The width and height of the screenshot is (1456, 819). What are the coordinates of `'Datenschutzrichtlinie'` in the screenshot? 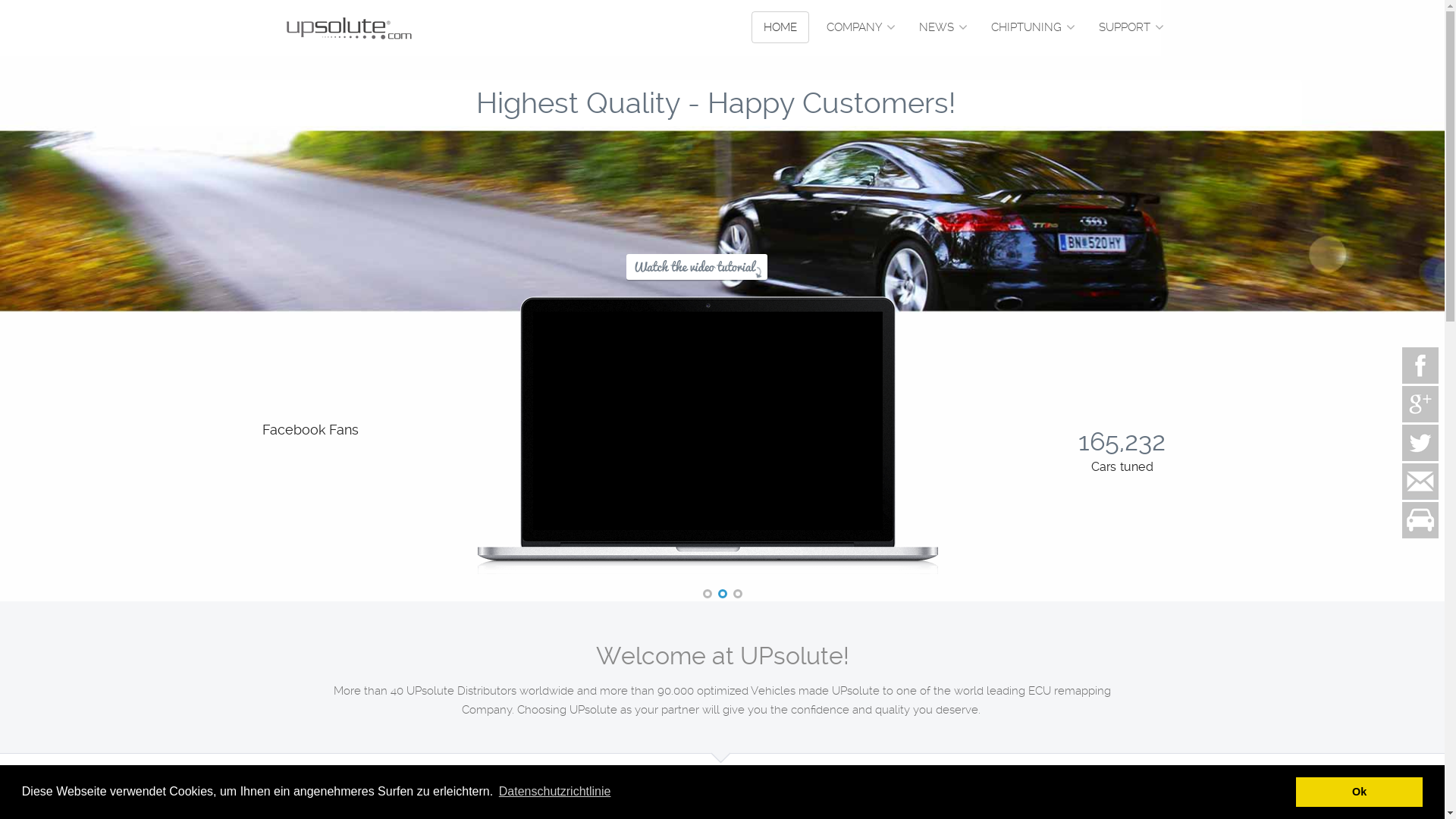 It's located at (496, 791).